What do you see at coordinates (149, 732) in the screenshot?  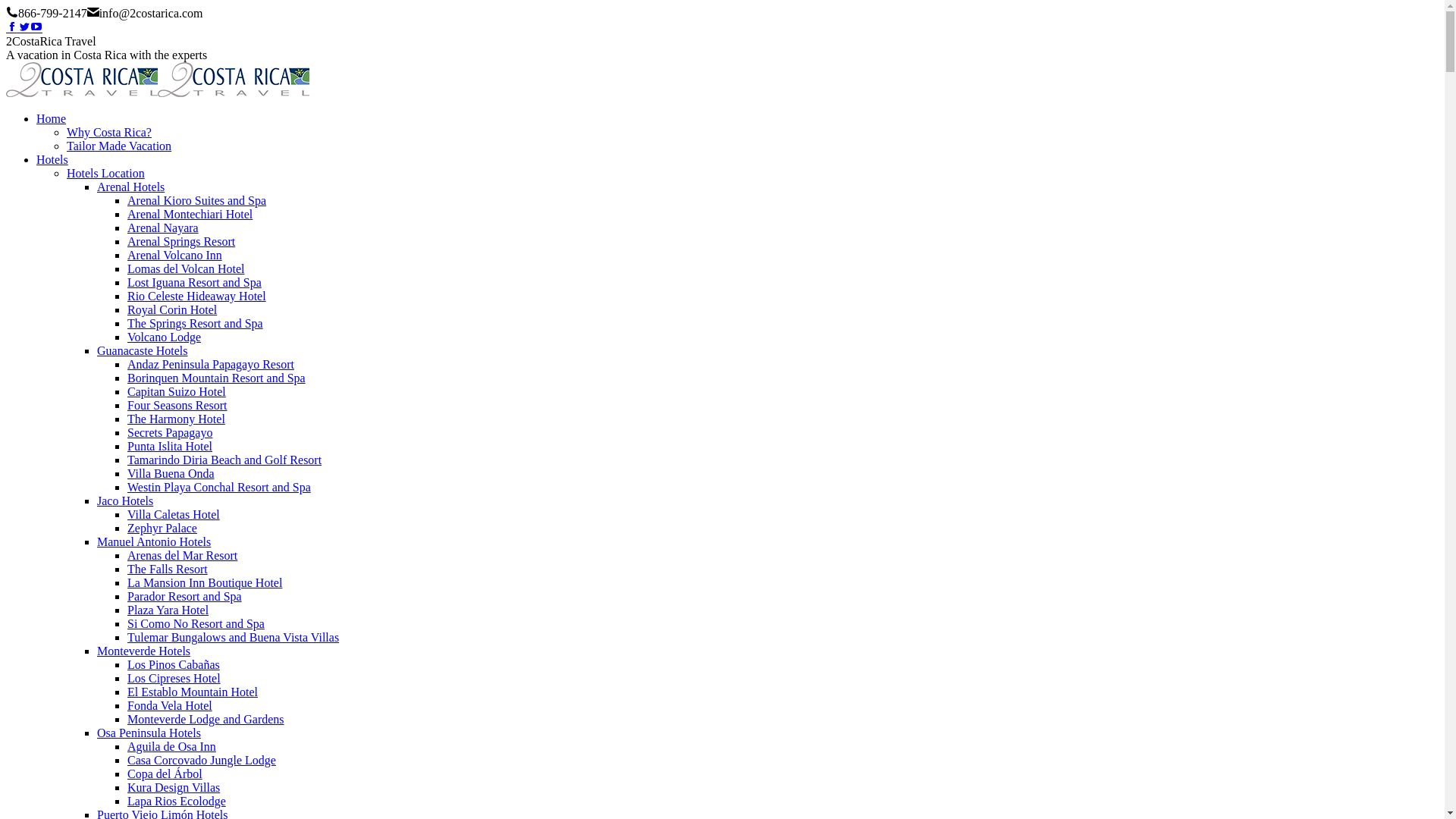 I see `'Osa Peninsula Hotels'` at bounding box center [149, 732].